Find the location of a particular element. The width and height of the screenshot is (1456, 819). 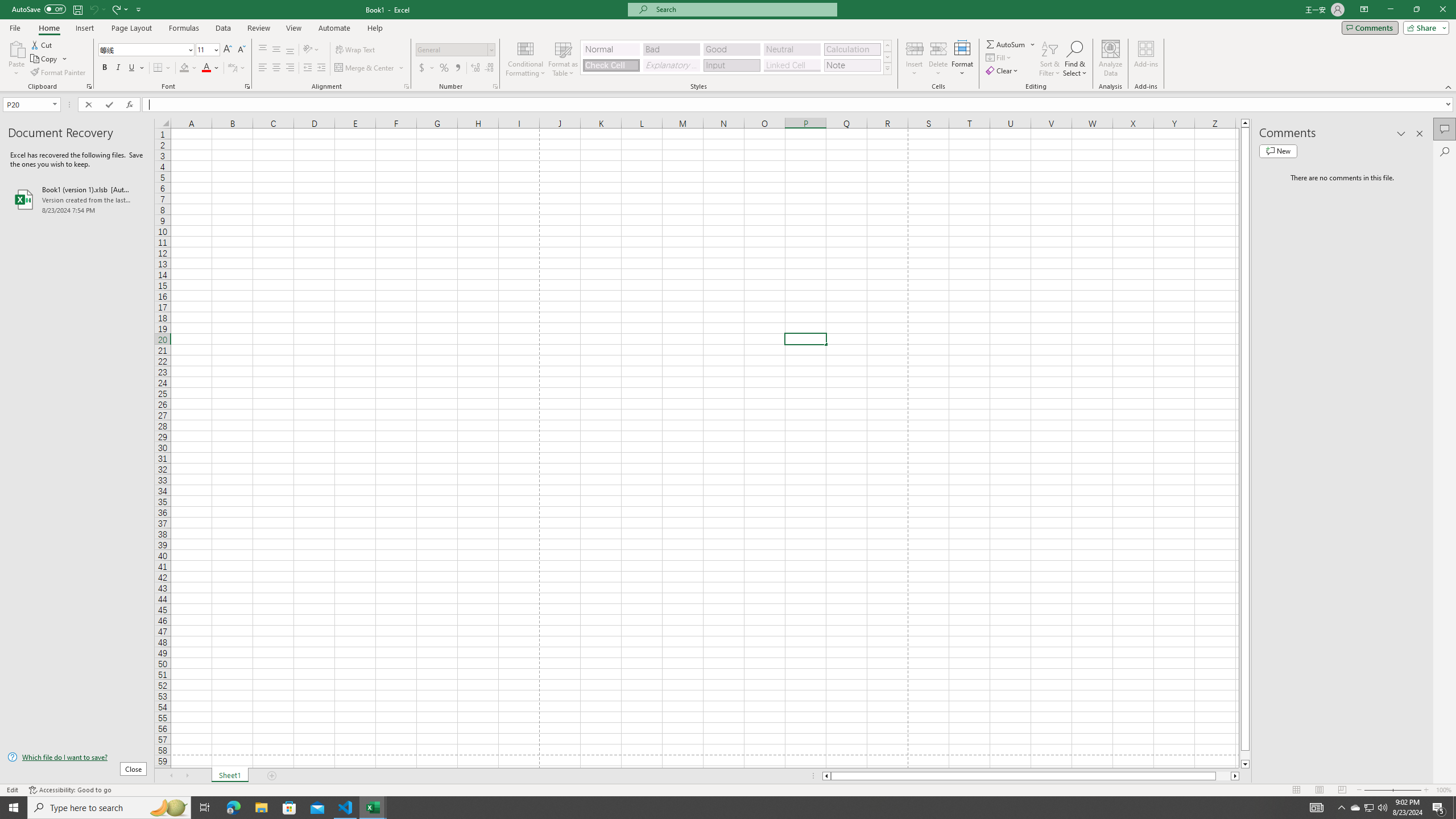

'Cell Styles' is located at coordinates (887, 68).